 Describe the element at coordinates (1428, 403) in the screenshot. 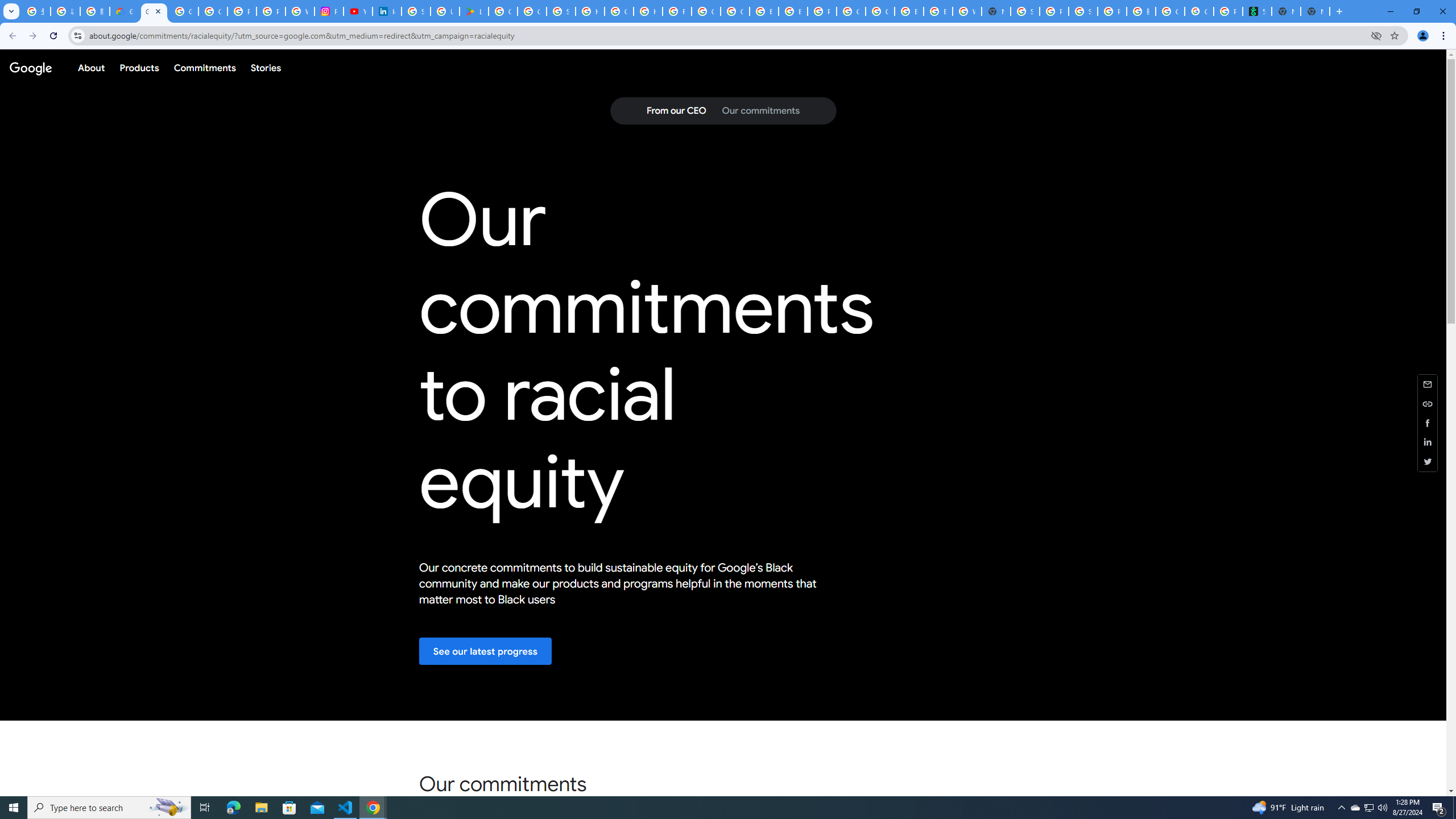

I see `'Share this page (Copy)'` at that location.